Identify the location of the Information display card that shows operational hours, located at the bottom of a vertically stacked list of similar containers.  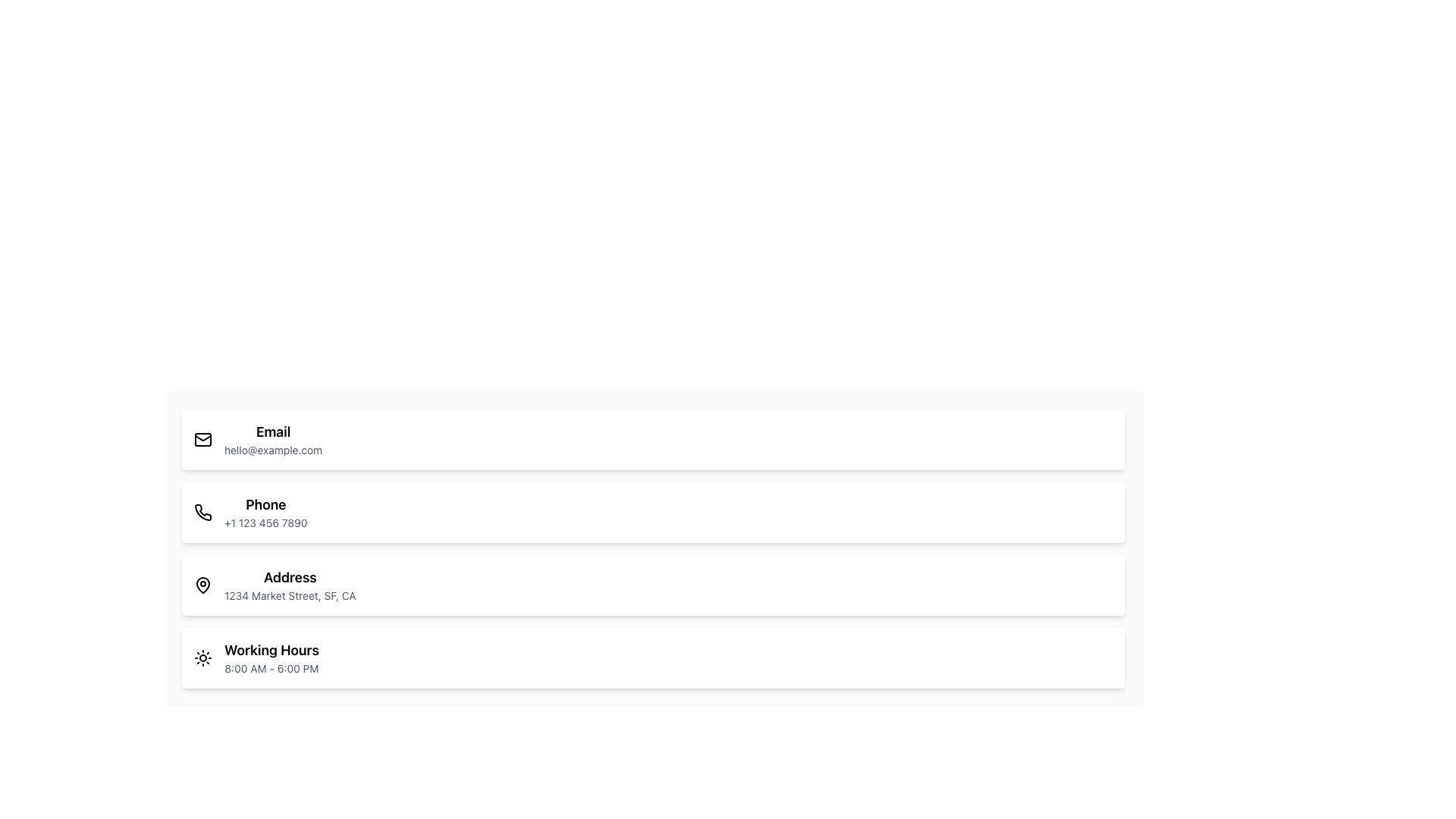
(654, 657).